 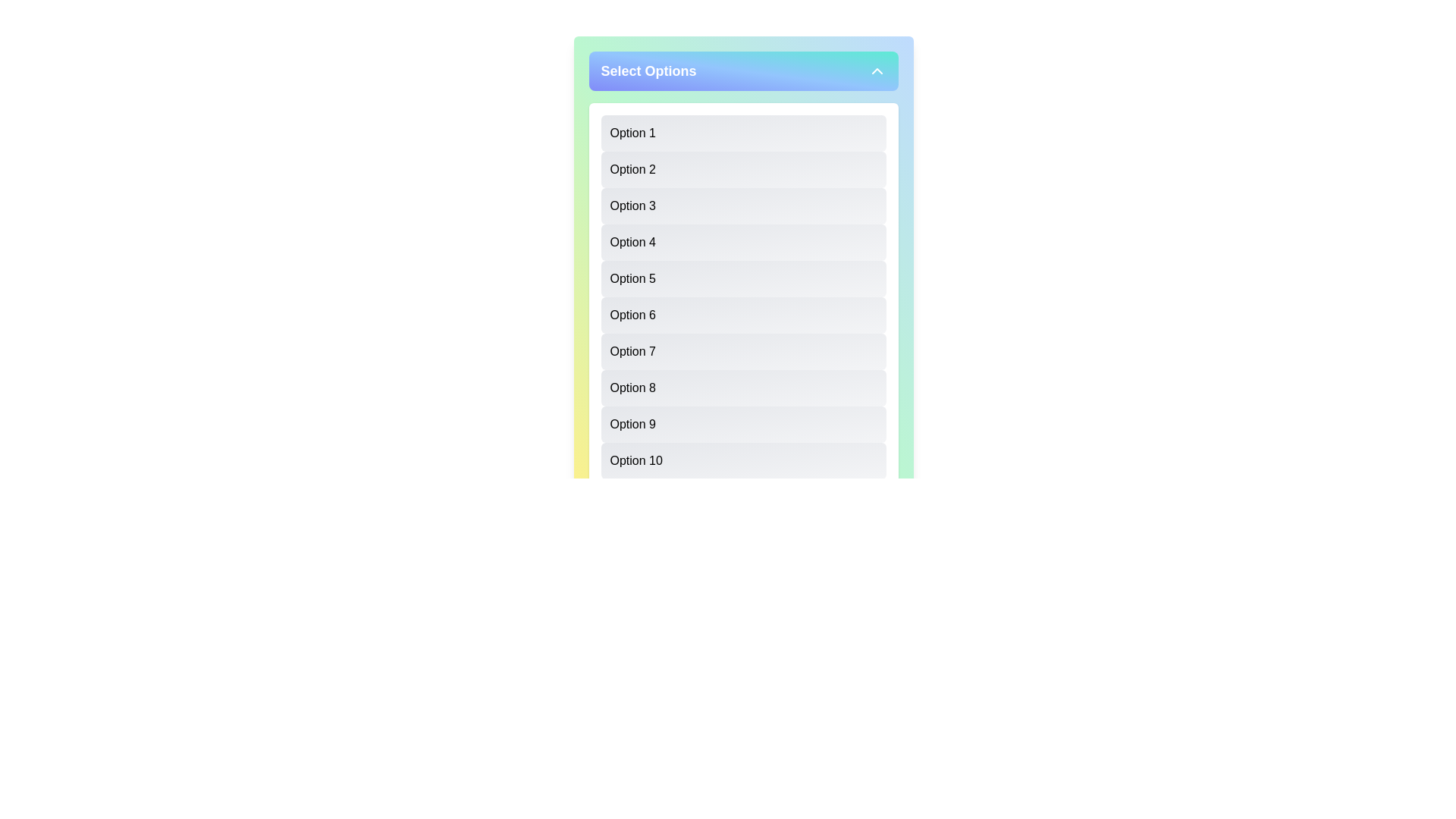 I want to click on the 'Option 3' text label in the dropdown-like interface, which is positioned between 'Option 2' and 'Option 4', so click(x=632, y=206).